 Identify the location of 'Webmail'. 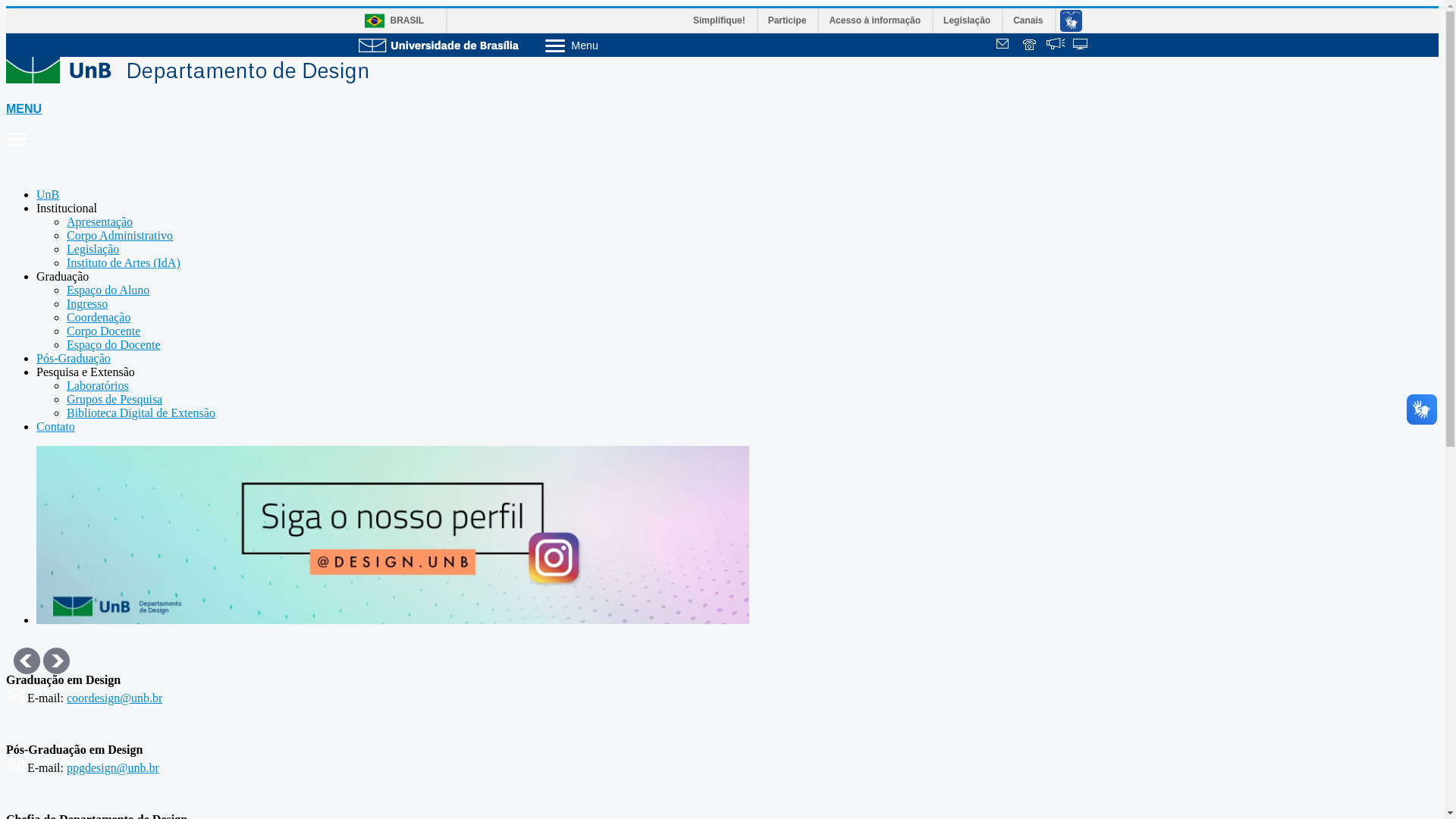
(1004, 45).